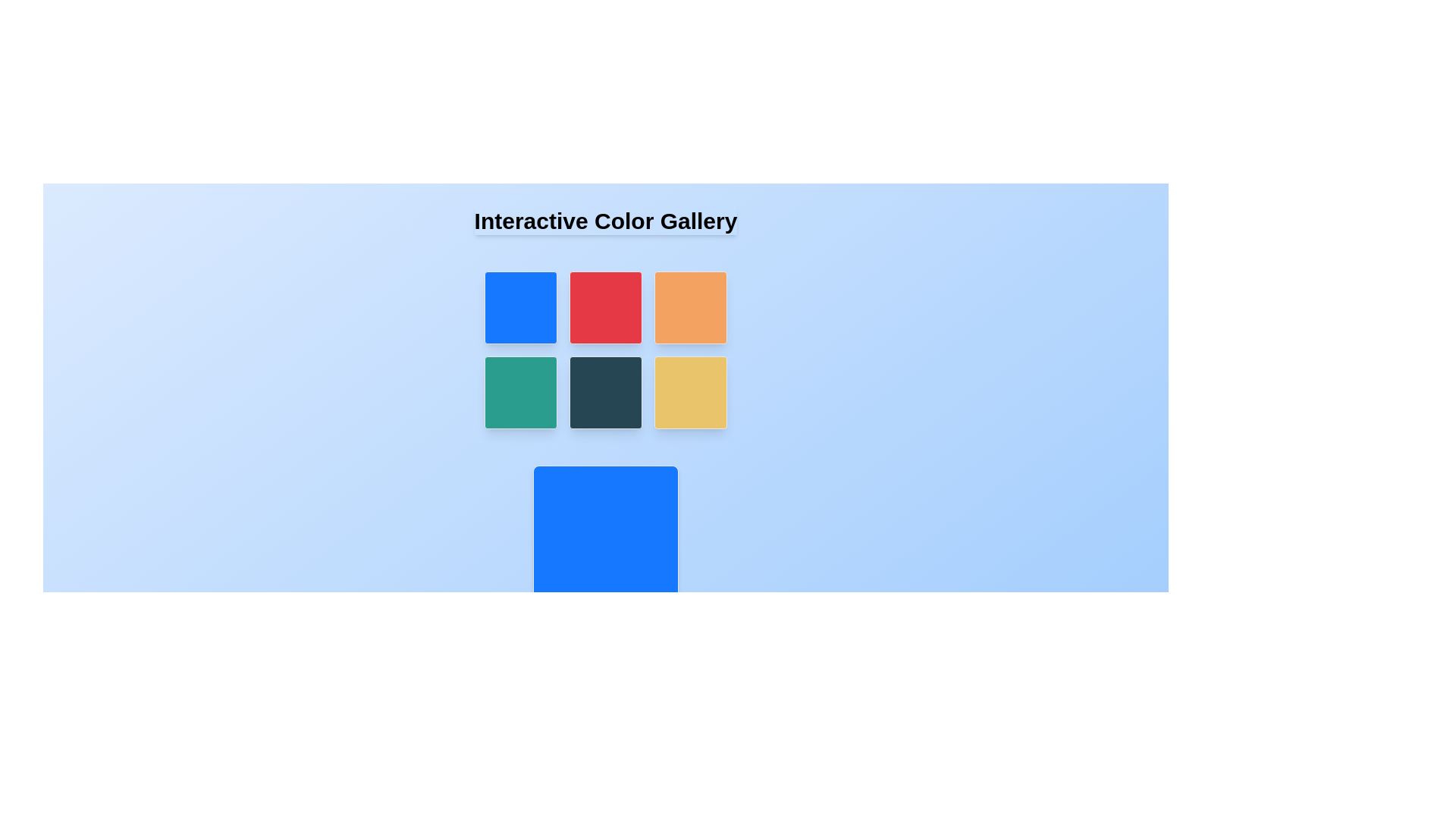 The width and height of the screenshot is (1456, 819). Describe the element at coordinates (520, 307) in the screenshot. I see `to select or activate the blue square button with rounded corners located in the top-left corner of the interactive grid` at that location.